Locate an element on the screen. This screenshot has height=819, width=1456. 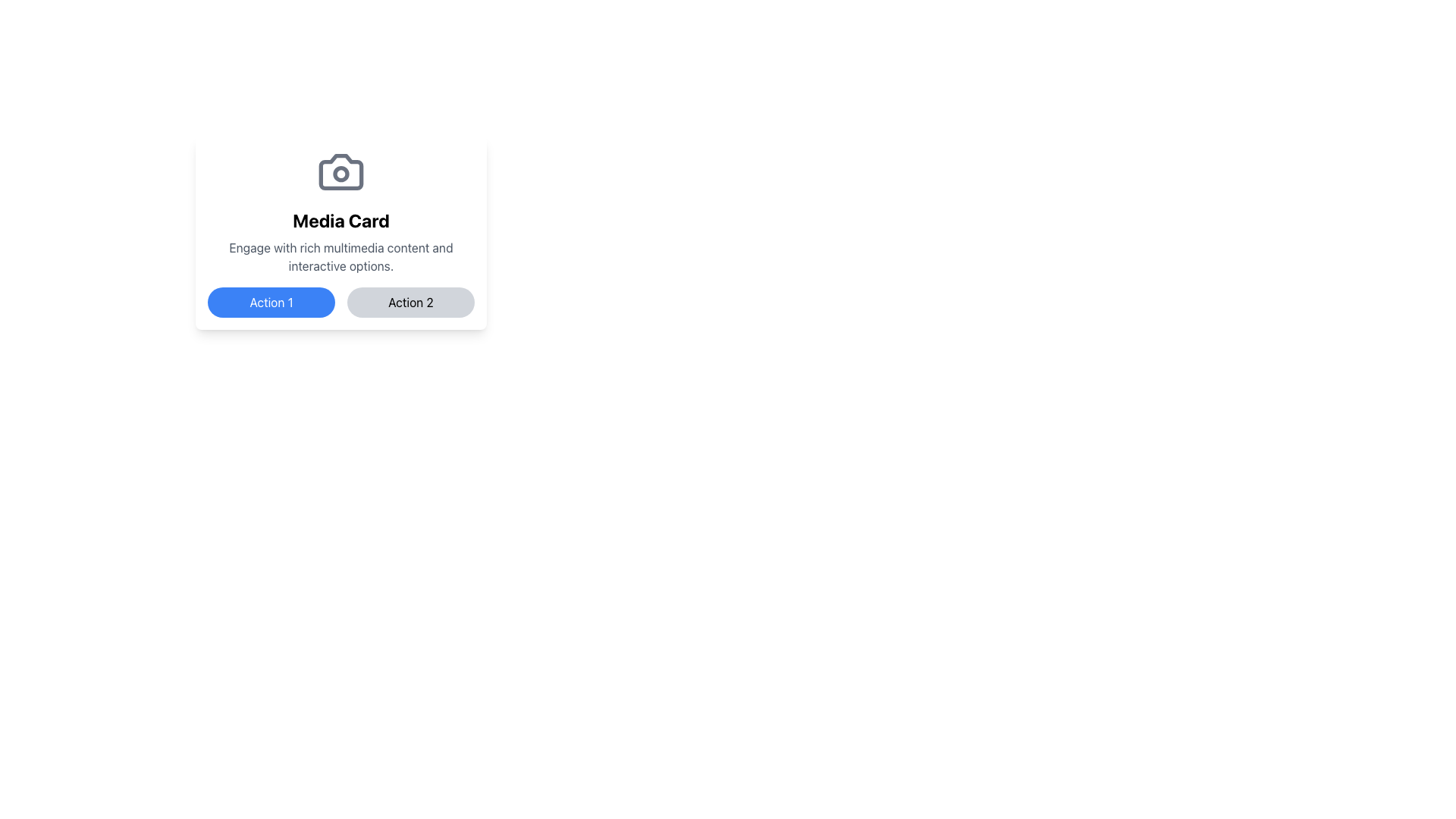
the blue button labeled 'Action 1' is located at coordinates (271, 302).